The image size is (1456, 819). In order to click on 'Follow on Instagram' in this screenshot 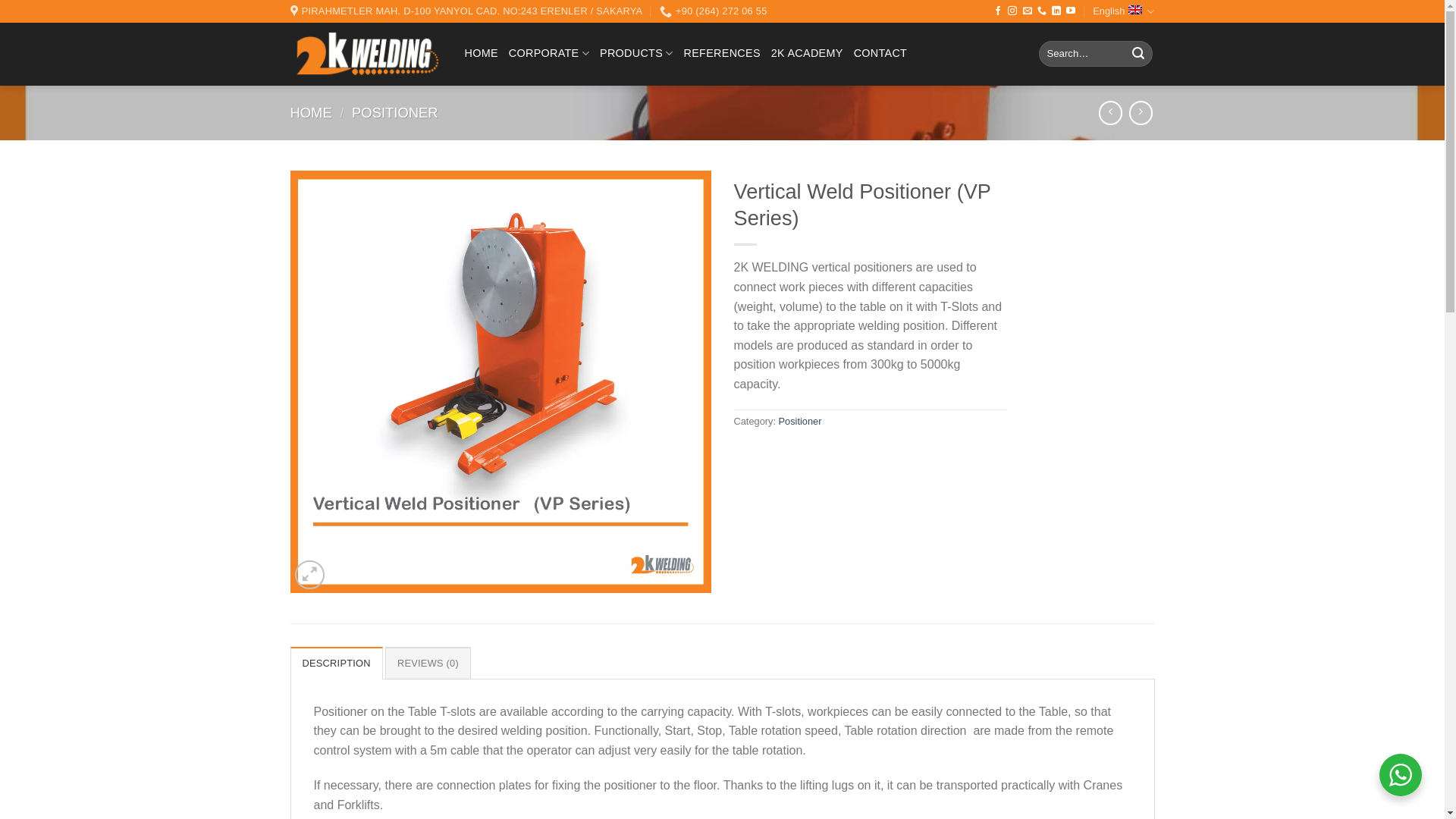, I will do `click(1012, 11)`.